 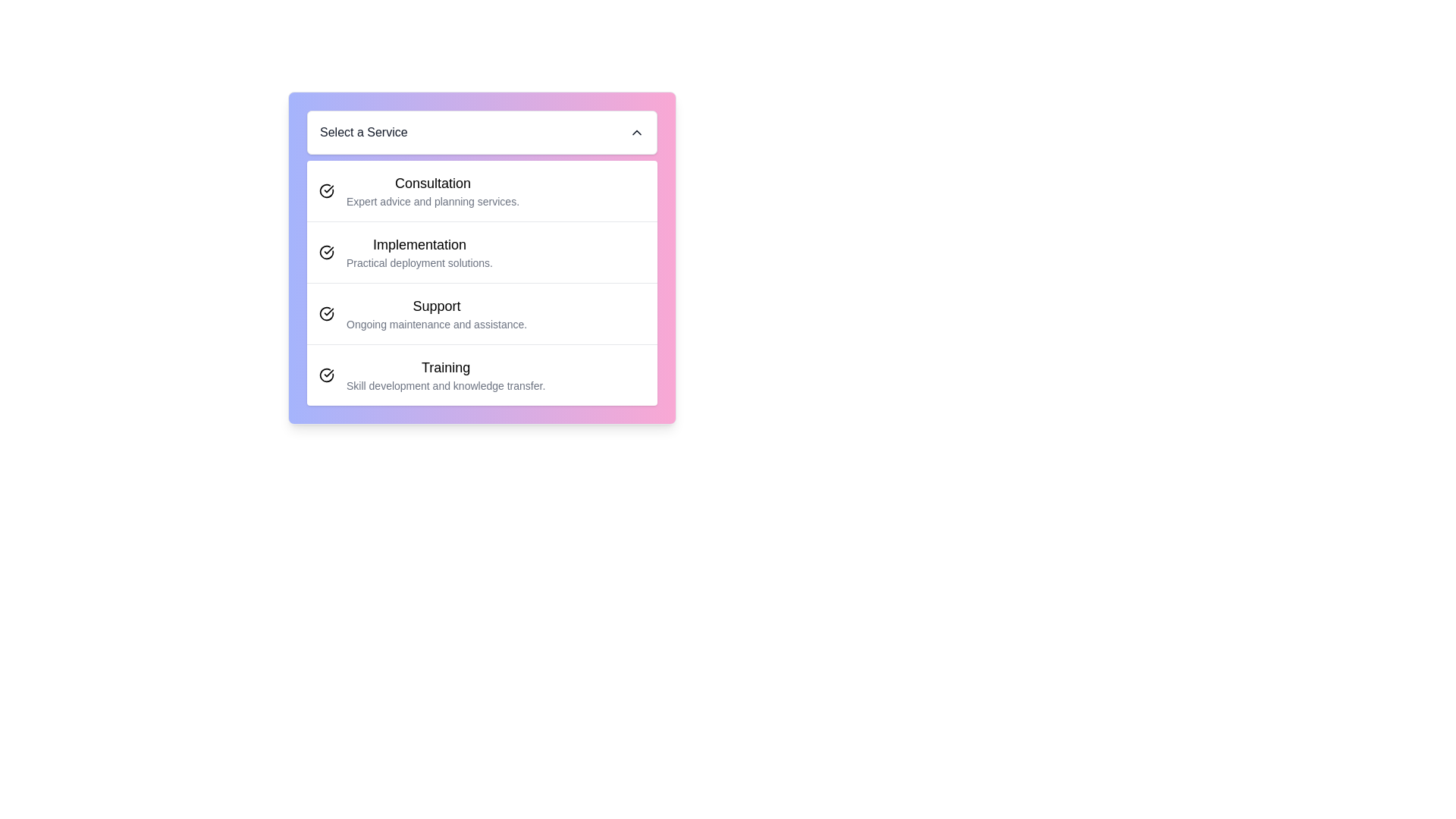 What do you see at coordinates (436, 324) in the screenshot?
I see `the descriptive text 'Ongoing maintenance and assistance.' which is styled in gray and located below the 'Support' label in the dropdown interface` at bounding box center [436, 324].